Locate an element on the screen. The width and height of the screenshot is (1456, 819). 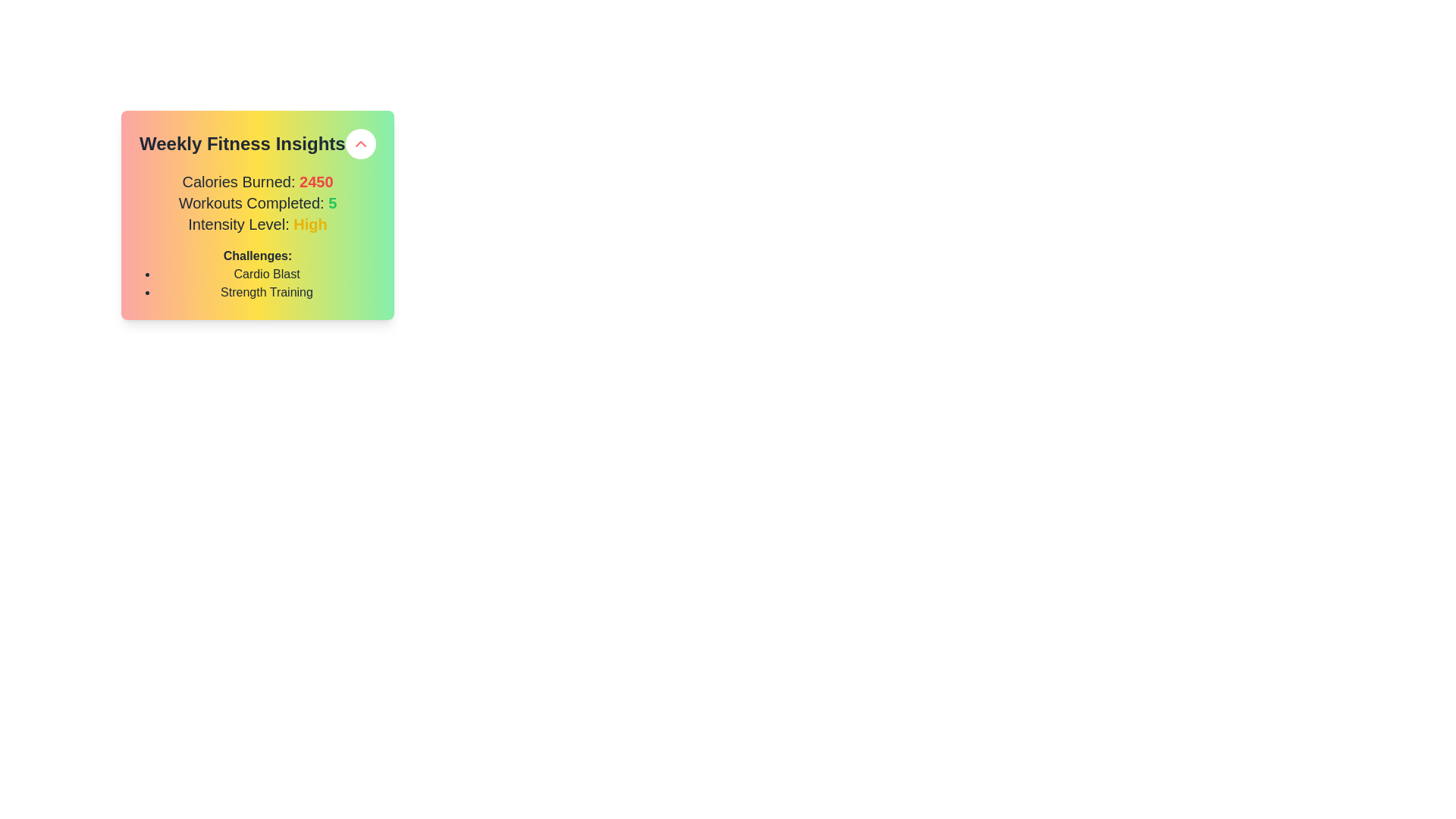
the Text label indicating the intensity level of the user's fitness activity, located to the right of 'Intensity Level:' within the card is located at coordinates (309, 224).